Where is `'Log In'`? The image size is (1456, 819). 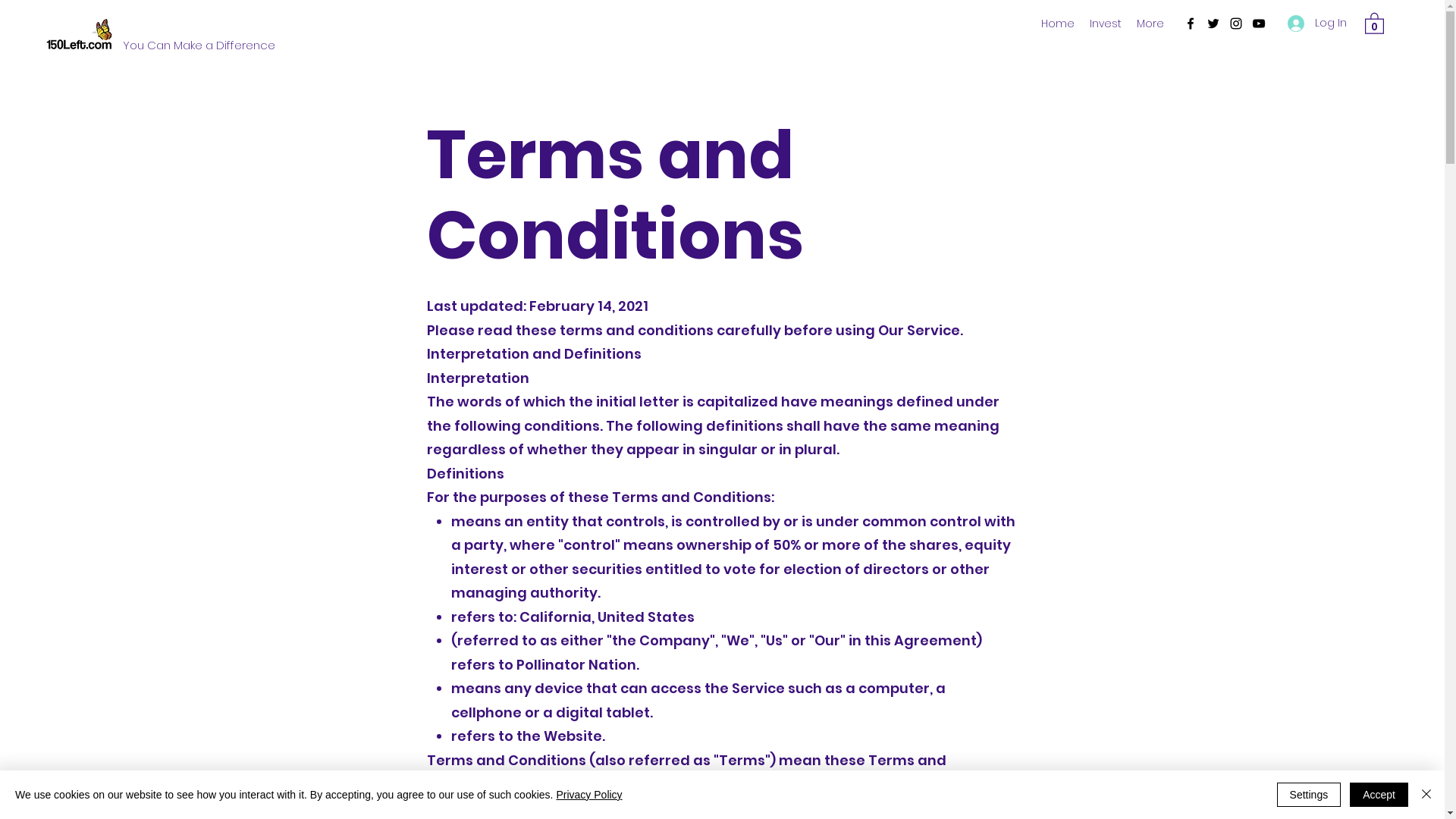
'Log In' is located at coordinates (1276, 23).